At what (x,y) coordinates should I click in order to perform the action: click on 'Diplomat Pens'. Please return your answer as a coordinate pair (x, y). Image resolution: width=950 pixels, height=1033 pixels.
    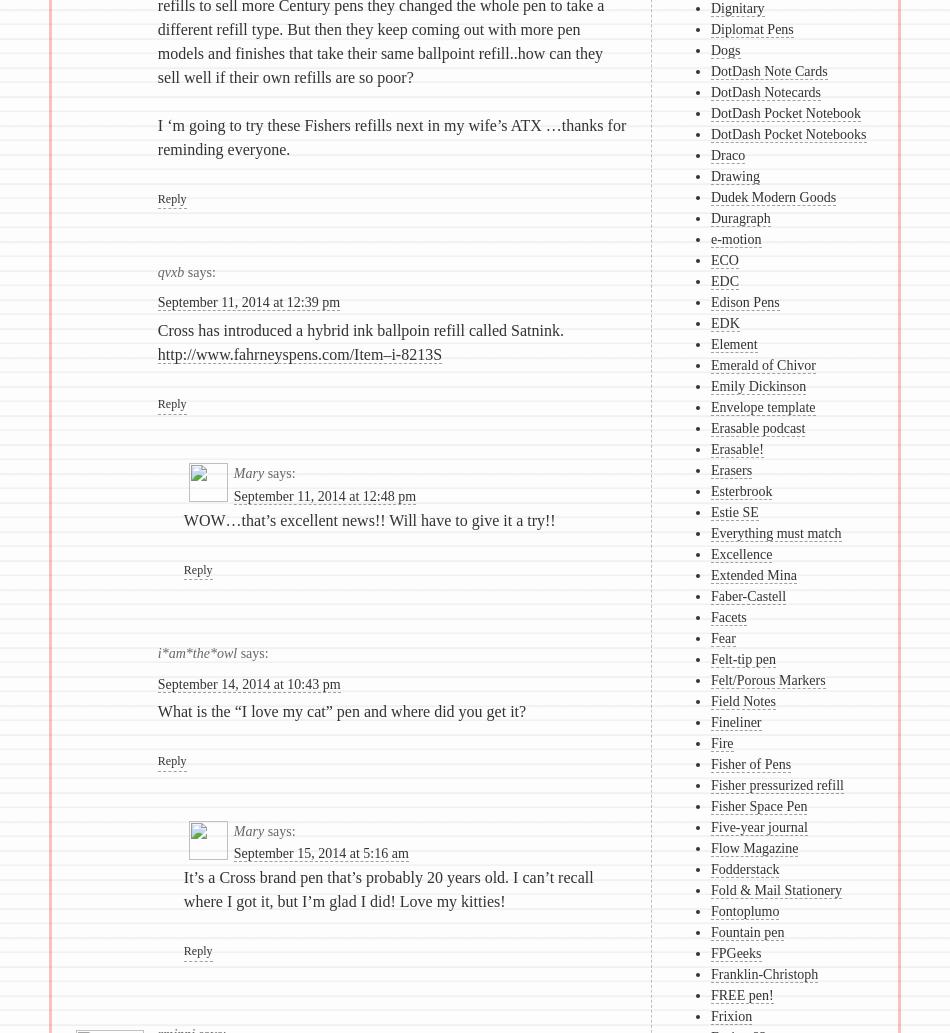
    Looking at the image, I should click on (750, 29).